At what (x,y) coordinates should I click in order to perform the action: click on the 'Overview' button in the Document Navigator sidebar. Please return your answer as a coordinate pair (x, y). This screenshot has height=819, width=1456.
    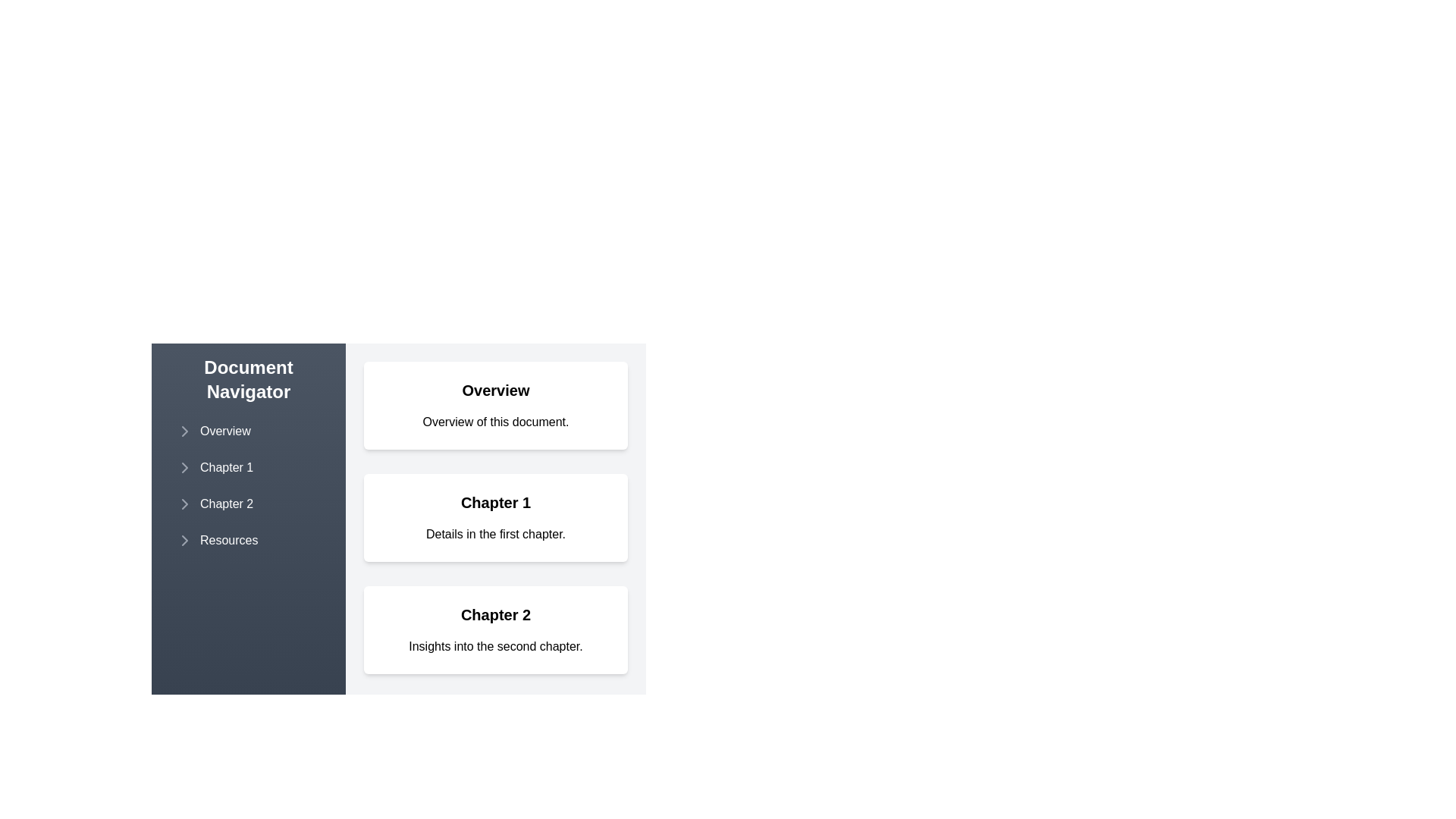
    Looking at the image, I should click on (248, 431).